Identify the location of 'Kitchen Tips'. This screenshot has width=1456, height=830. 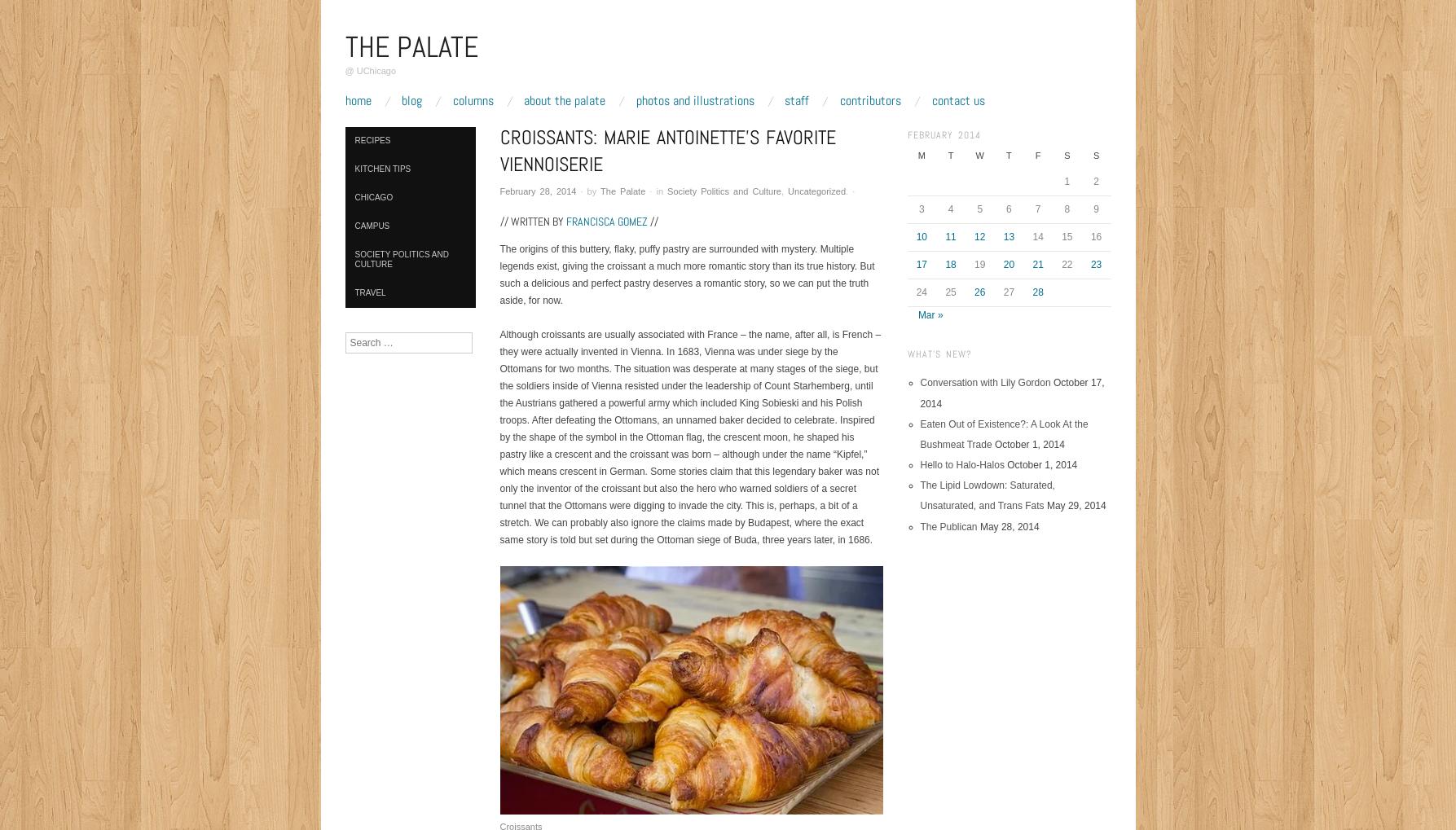
(382, 167).